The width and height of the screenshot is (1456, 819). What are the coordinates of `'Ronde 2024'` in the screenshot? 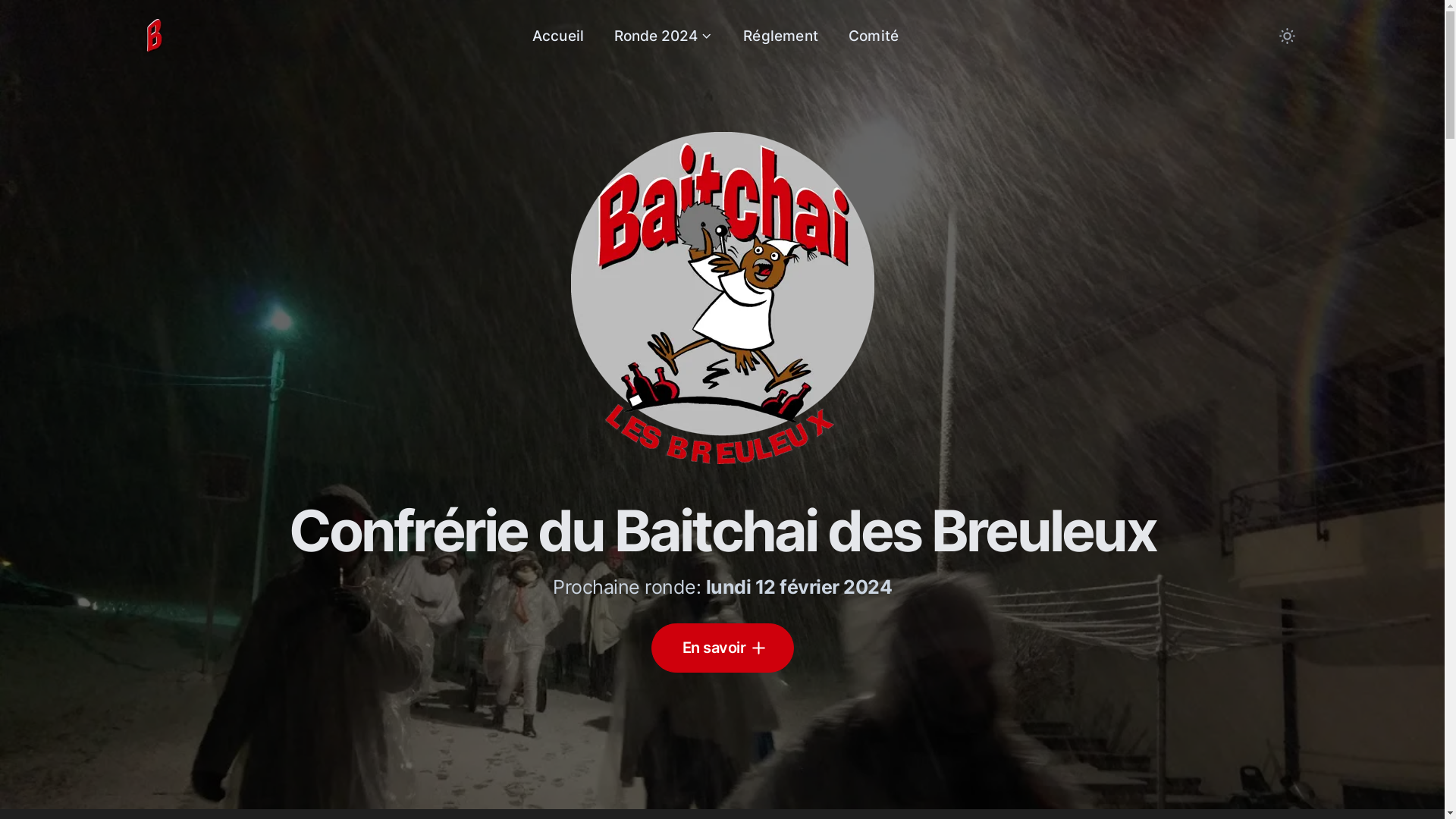 It's located at (663, 35).